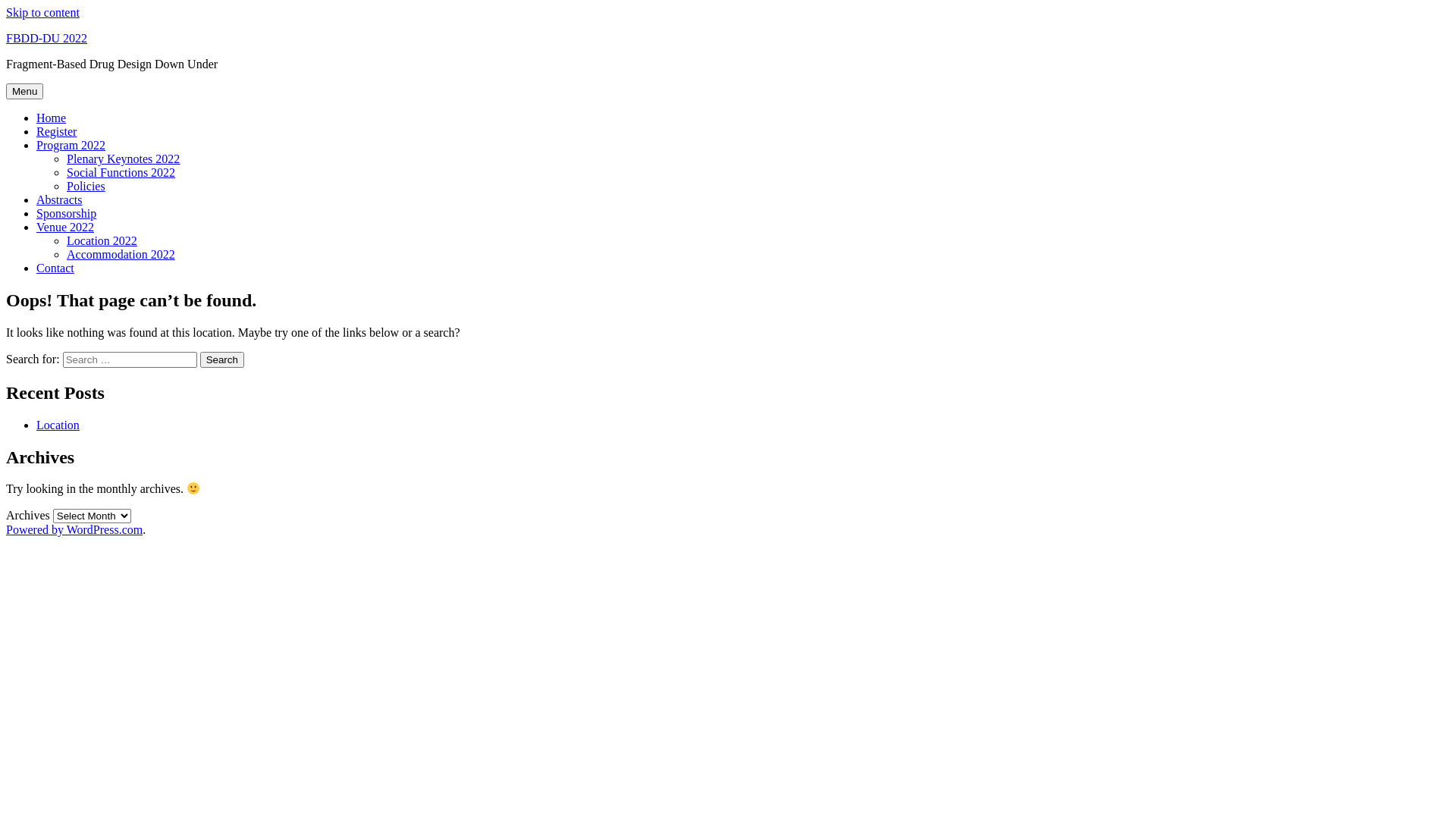 The width and height of the screenshot is (1456, 819). Describe the element at coordinates (123, 158) in the screenshot. I see `'Plenary Keynotes 2022'` at that location.